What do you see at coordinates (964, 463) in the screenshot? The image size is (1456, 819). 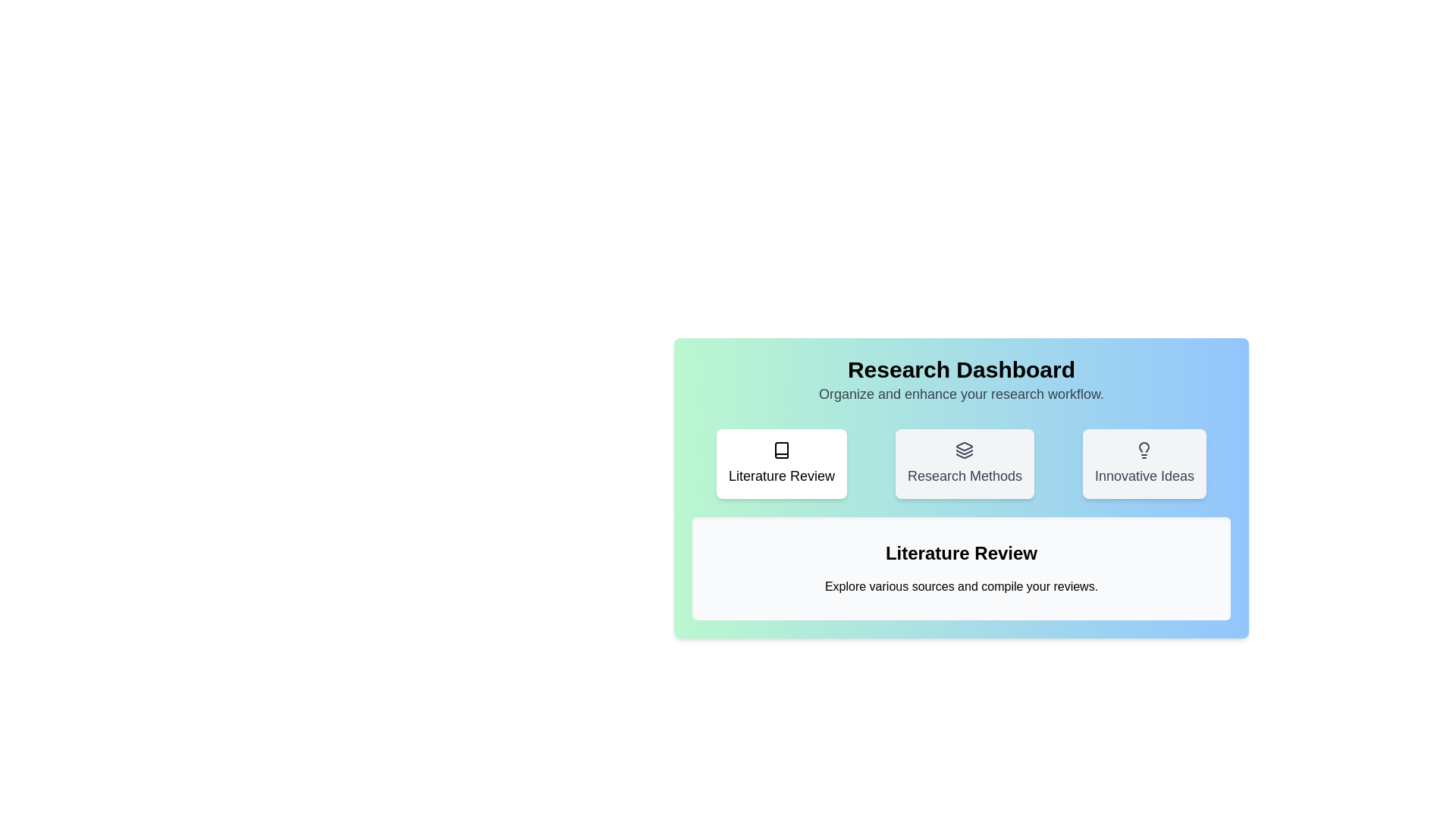 I see `the icon for the section Research Methods to observe it` at bounding box center [964, 463].